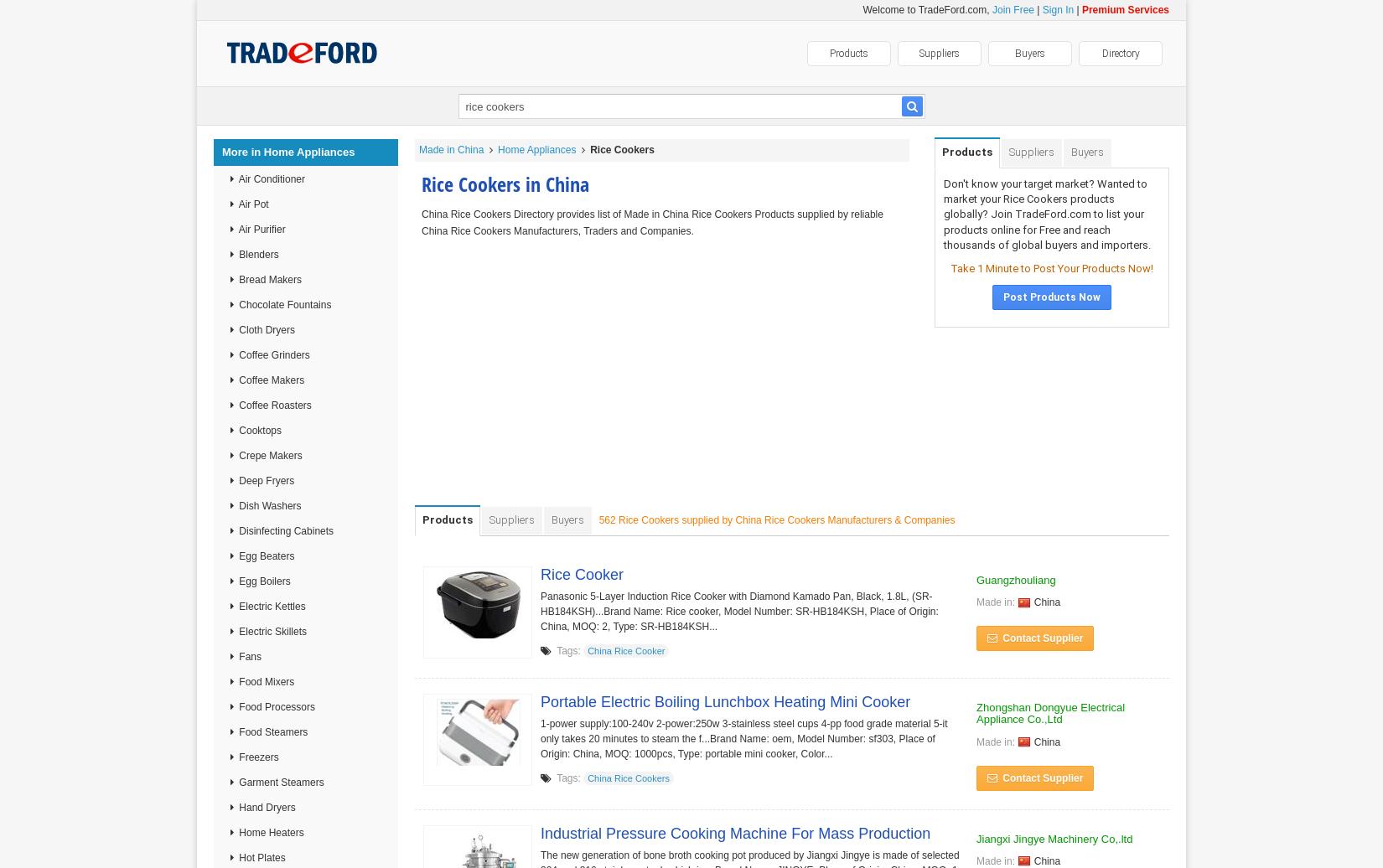  What do you see at coordinates (976, 838) in the screenshot?
I see `'Jiangxi Jingye Machinery Co,.ltd'` at bounding box center [976, 838].